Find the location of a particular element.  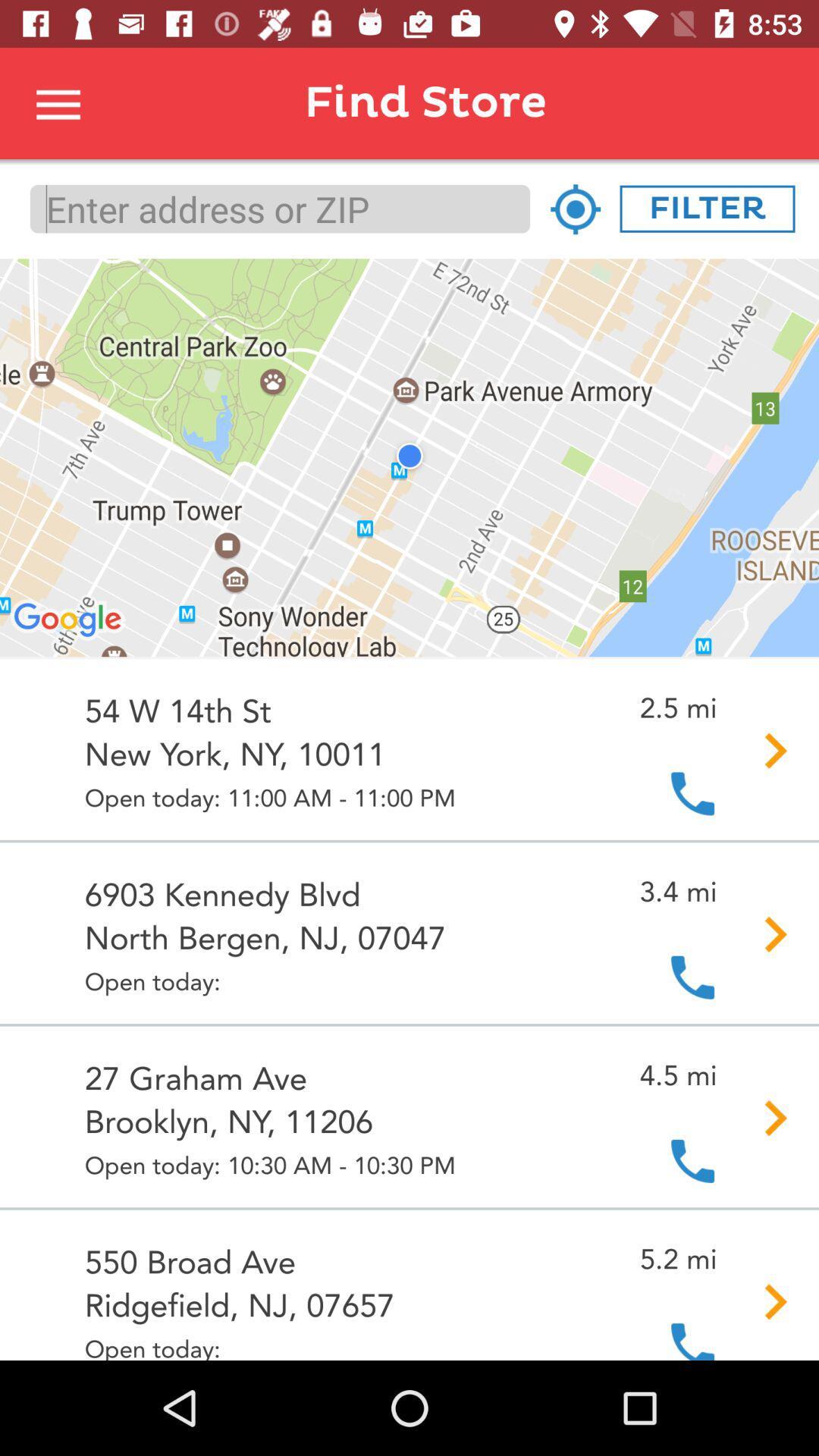

this is to select for more options or return to the menu is located at coordinates (58, 102).